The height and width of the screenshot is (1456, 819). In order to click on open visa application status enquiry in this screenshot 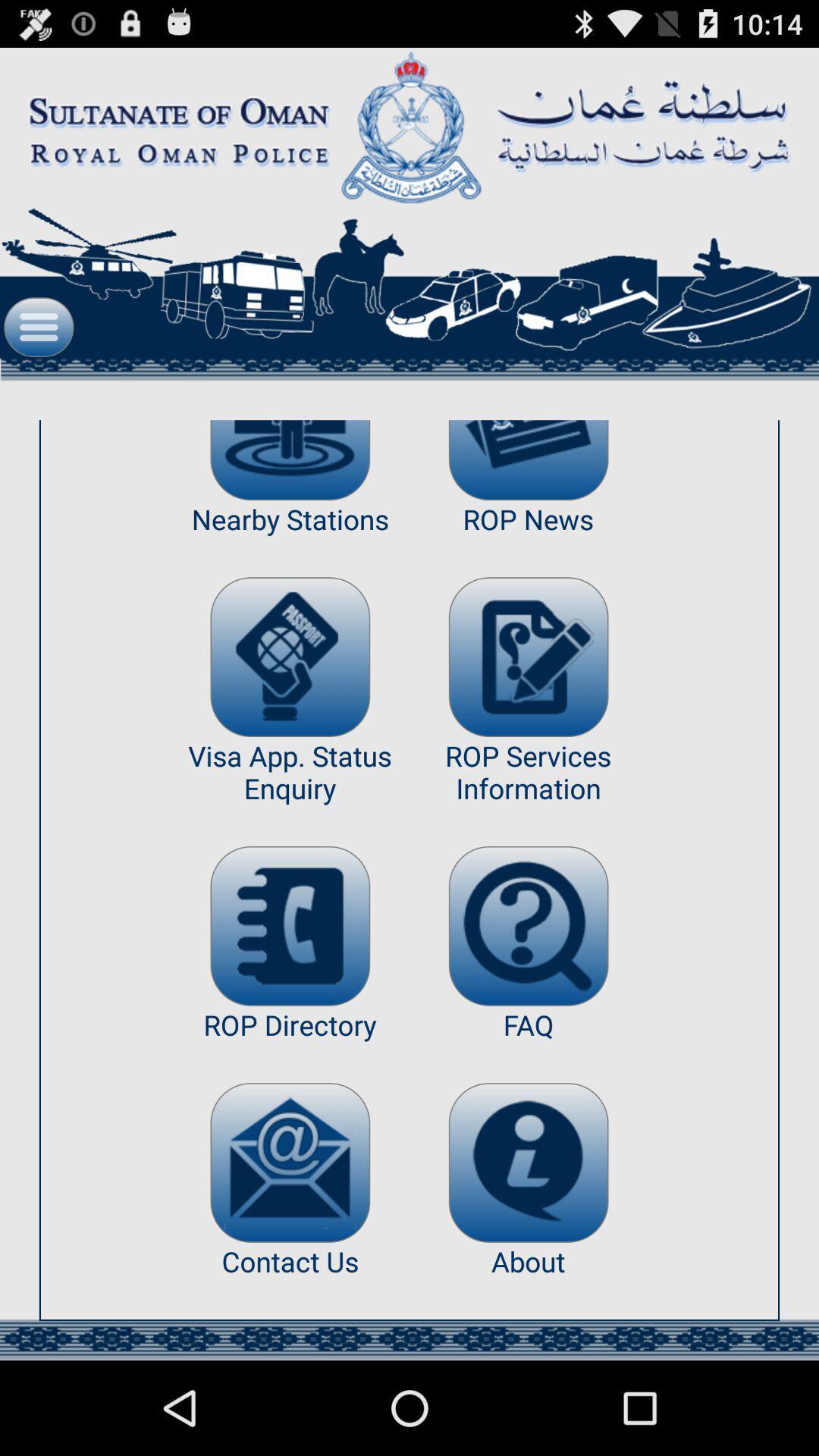, I will do `click(290, 657)`.